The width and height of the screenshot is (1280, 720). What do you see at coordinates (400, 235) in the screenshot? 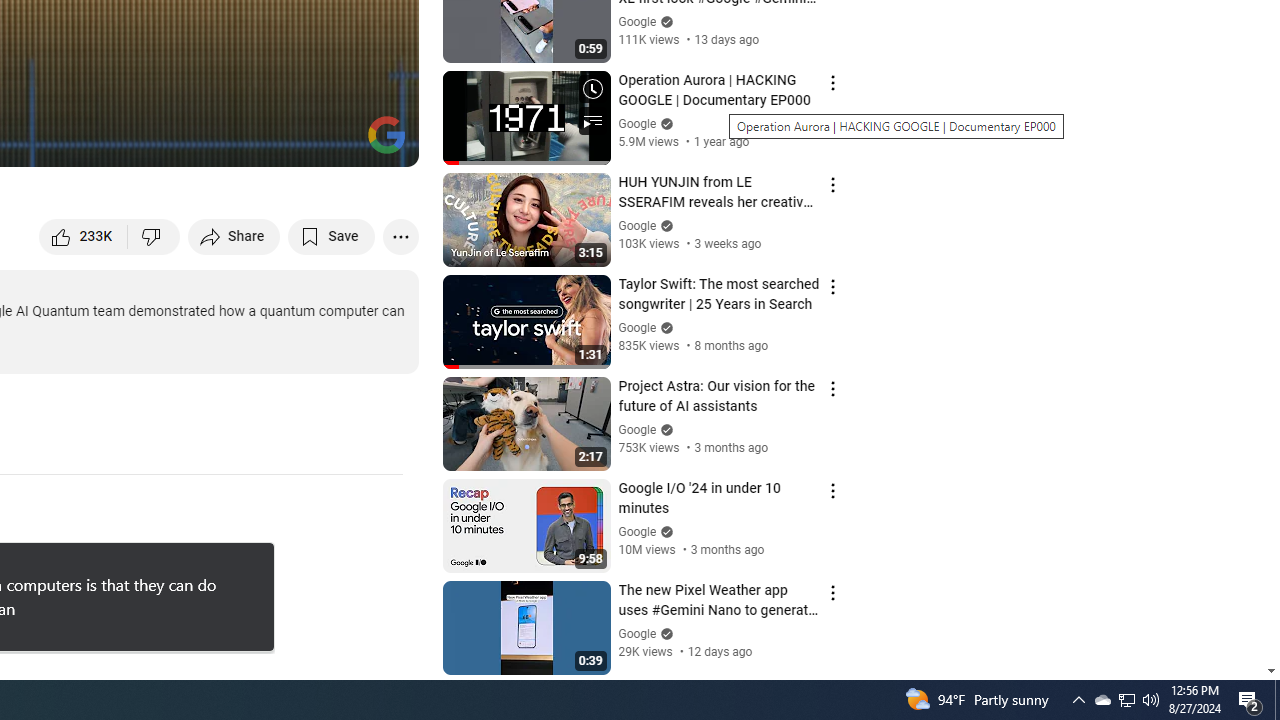
I see `'More actions'` at bounding box center [400, 235].